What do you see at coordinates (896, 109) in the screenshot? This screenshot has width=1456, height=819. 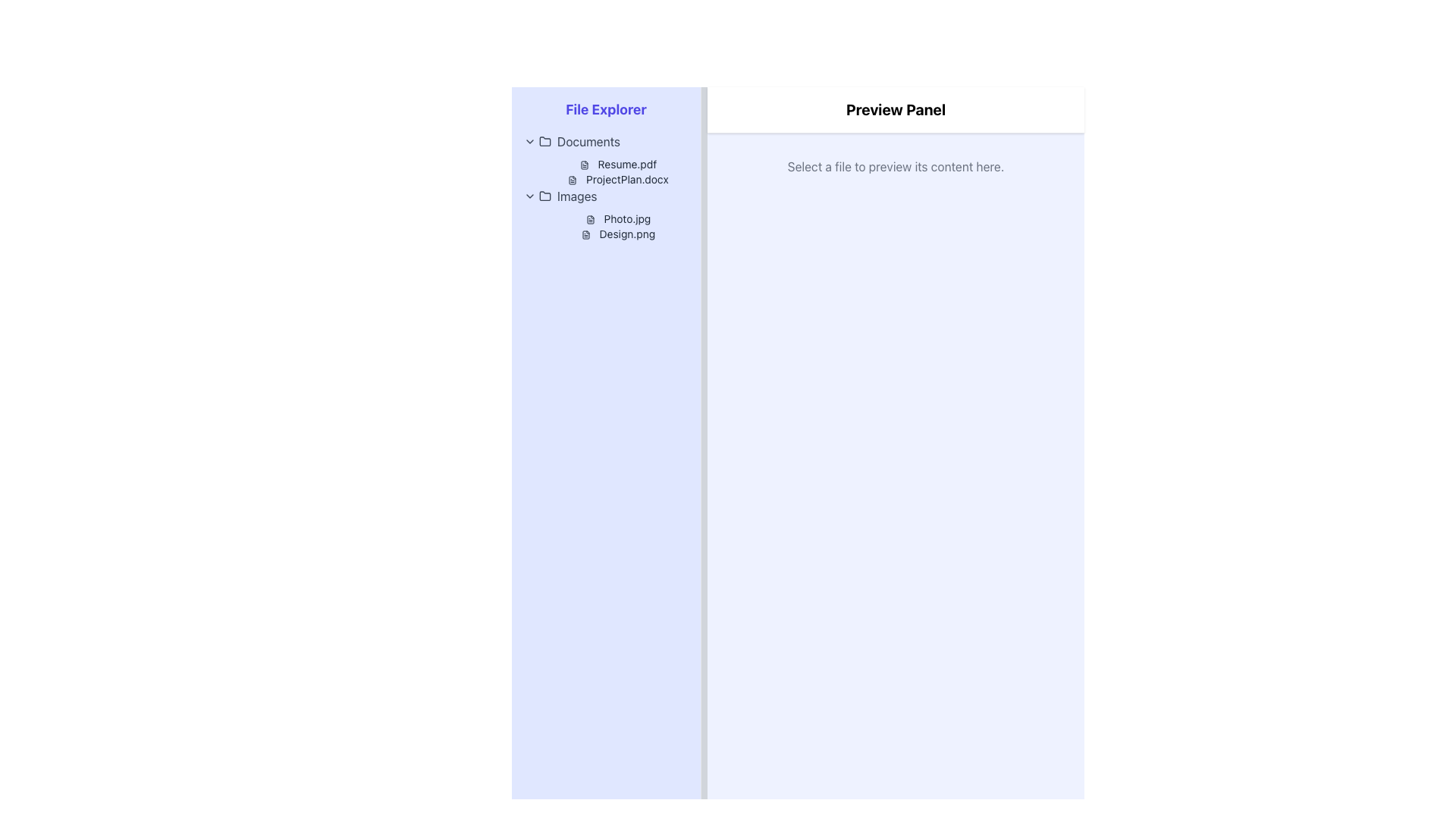 I see `descriptive header text of the 'Preview Panel' section located in the header of the right panel, which indicates its purpose for displaying previewed file contents` at bounding box center [896, 109].